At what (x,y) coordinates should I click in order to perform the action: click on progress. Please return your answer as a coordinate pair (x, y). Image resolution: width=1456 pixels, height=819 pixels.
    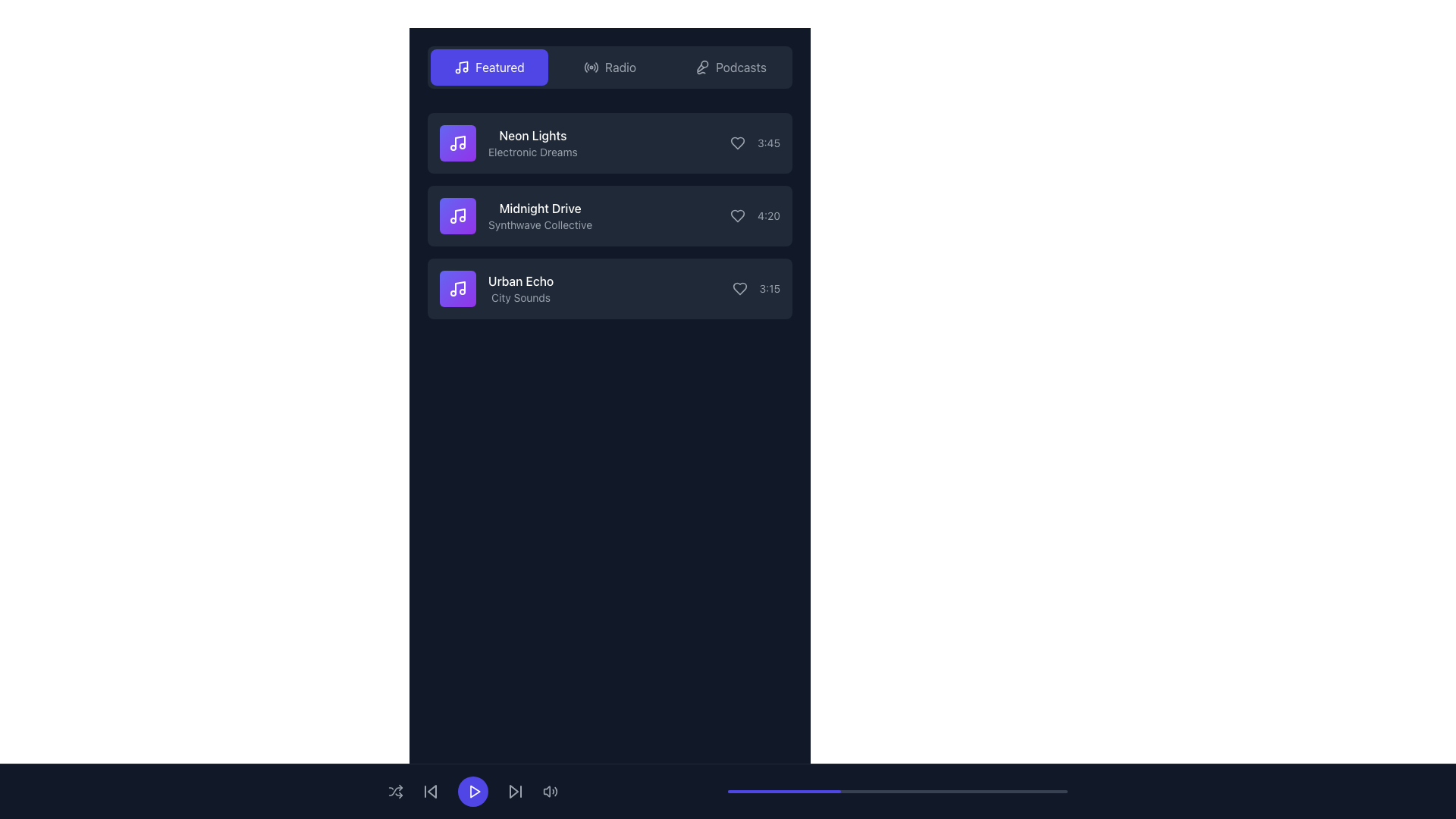
    Looking at the image, I should click on (1003, 791).